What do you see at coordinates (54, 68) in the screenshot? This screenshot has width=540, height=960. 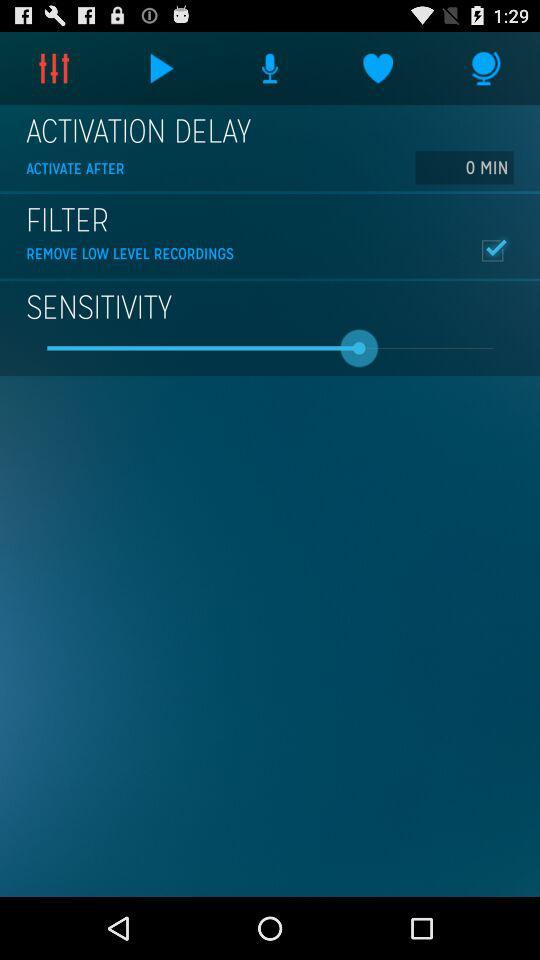 I see `item above the activation delay icon` at bounding box center [54, 68].